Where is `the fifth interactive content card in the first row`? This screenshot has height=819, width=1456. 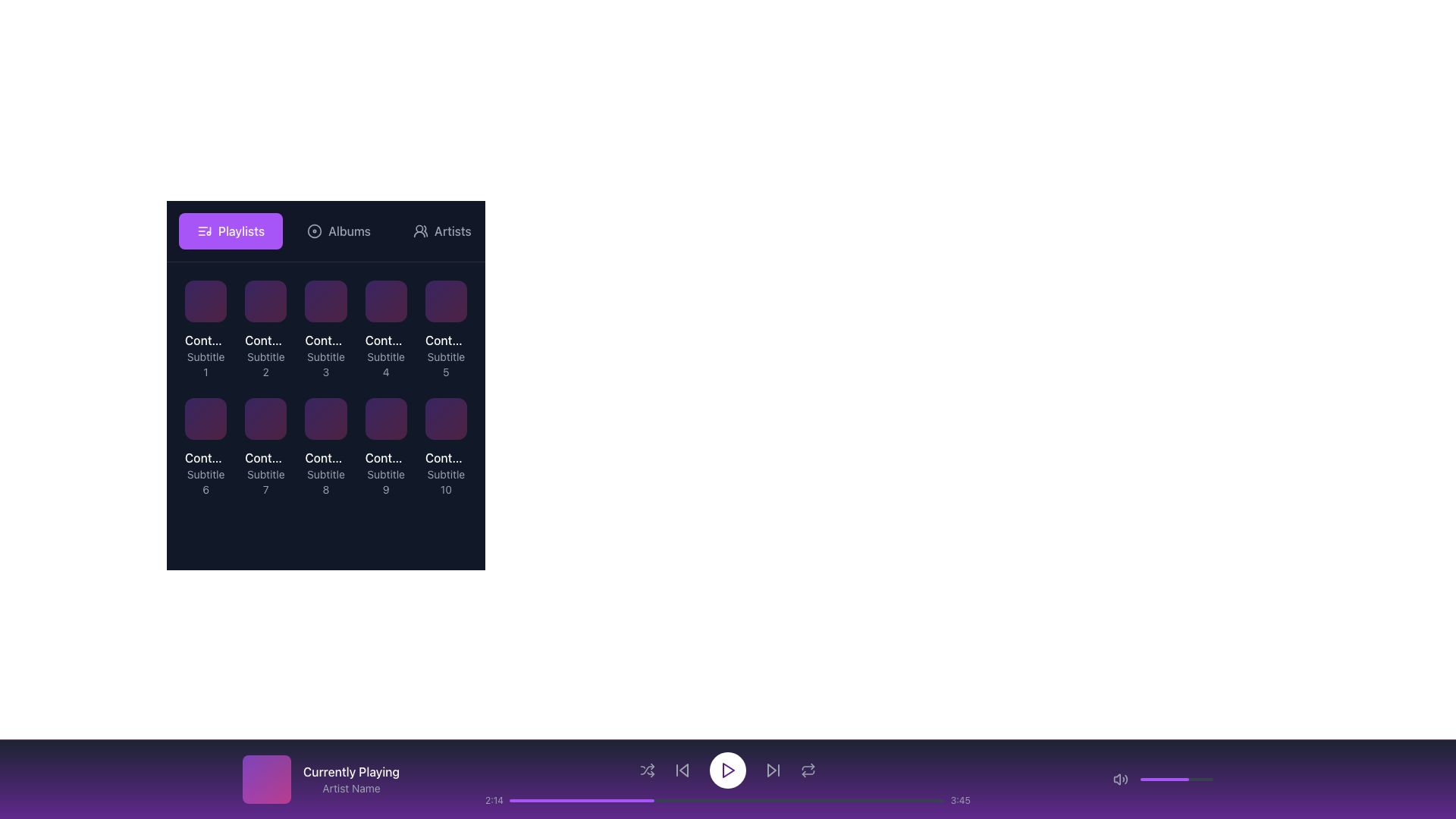 the fifth interactive content card in the first row is located at coordinates (445, 329).